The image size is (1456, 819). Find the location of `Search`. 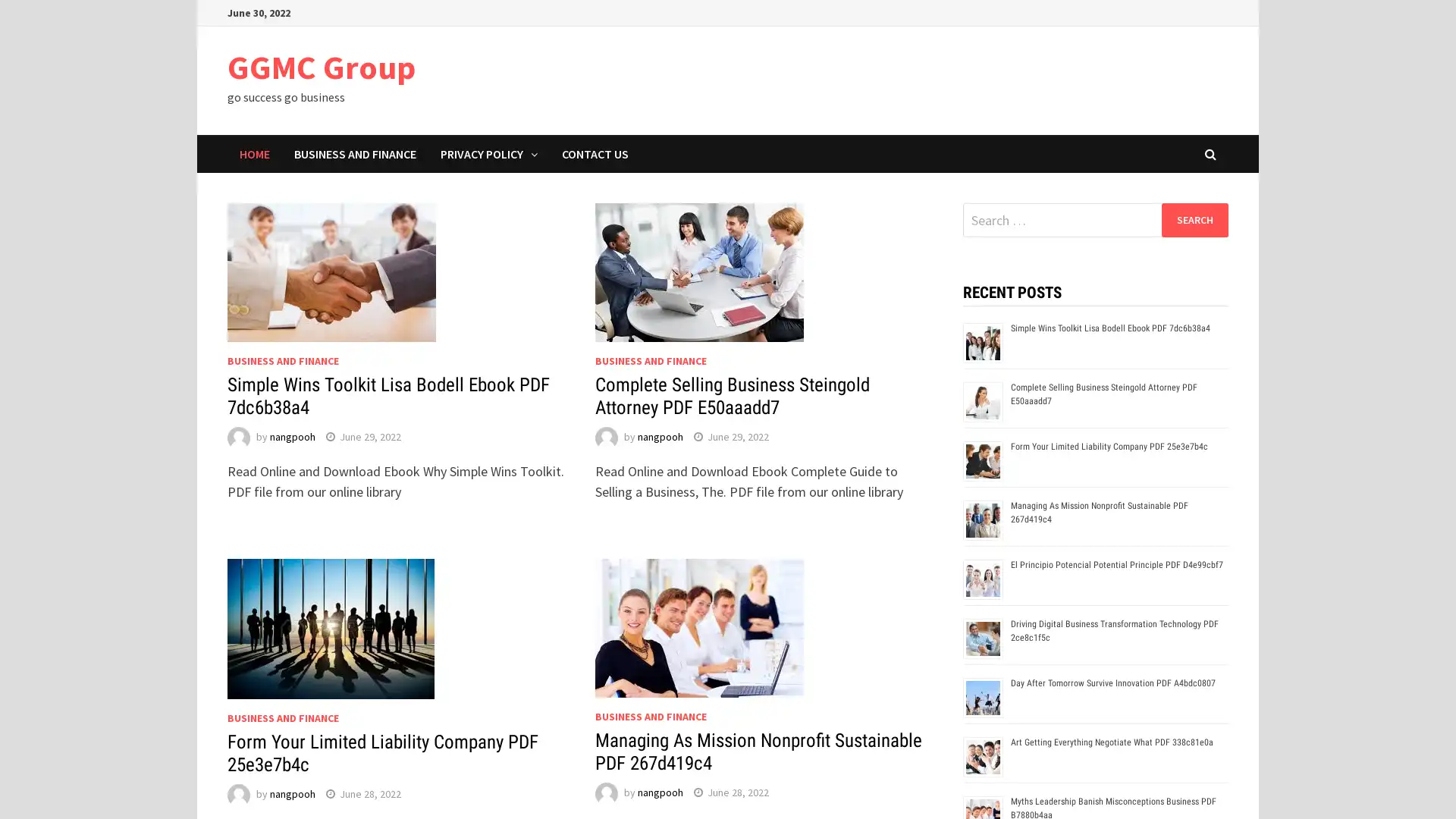

Search is located at coordinates (1194, 219).